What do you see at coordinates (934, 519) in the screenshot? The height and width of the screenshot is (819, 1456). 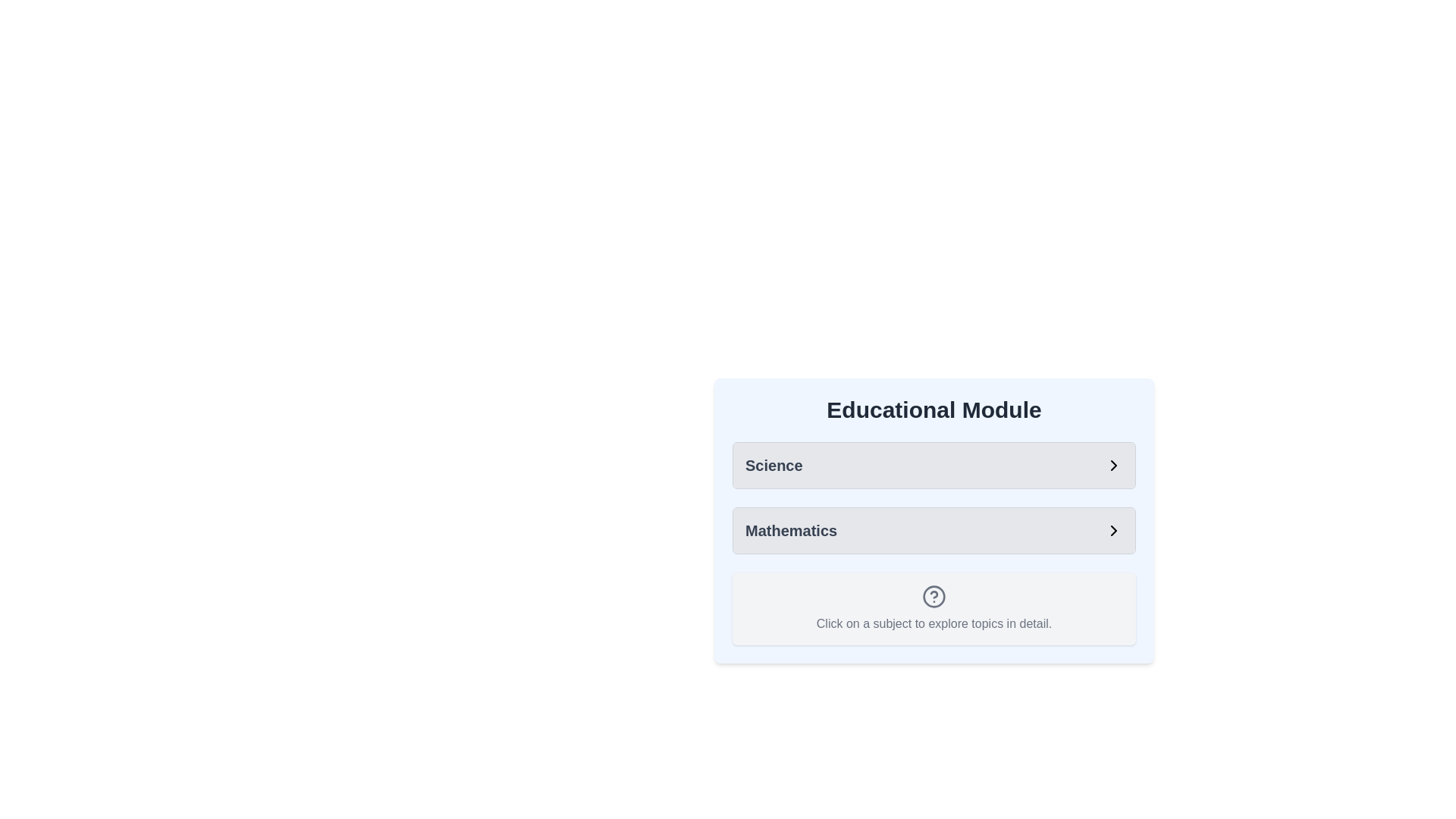 I see `the second rectangular button labeled 'Mathematics' within the 'Educational Module'` at bounding box center [934, 519].